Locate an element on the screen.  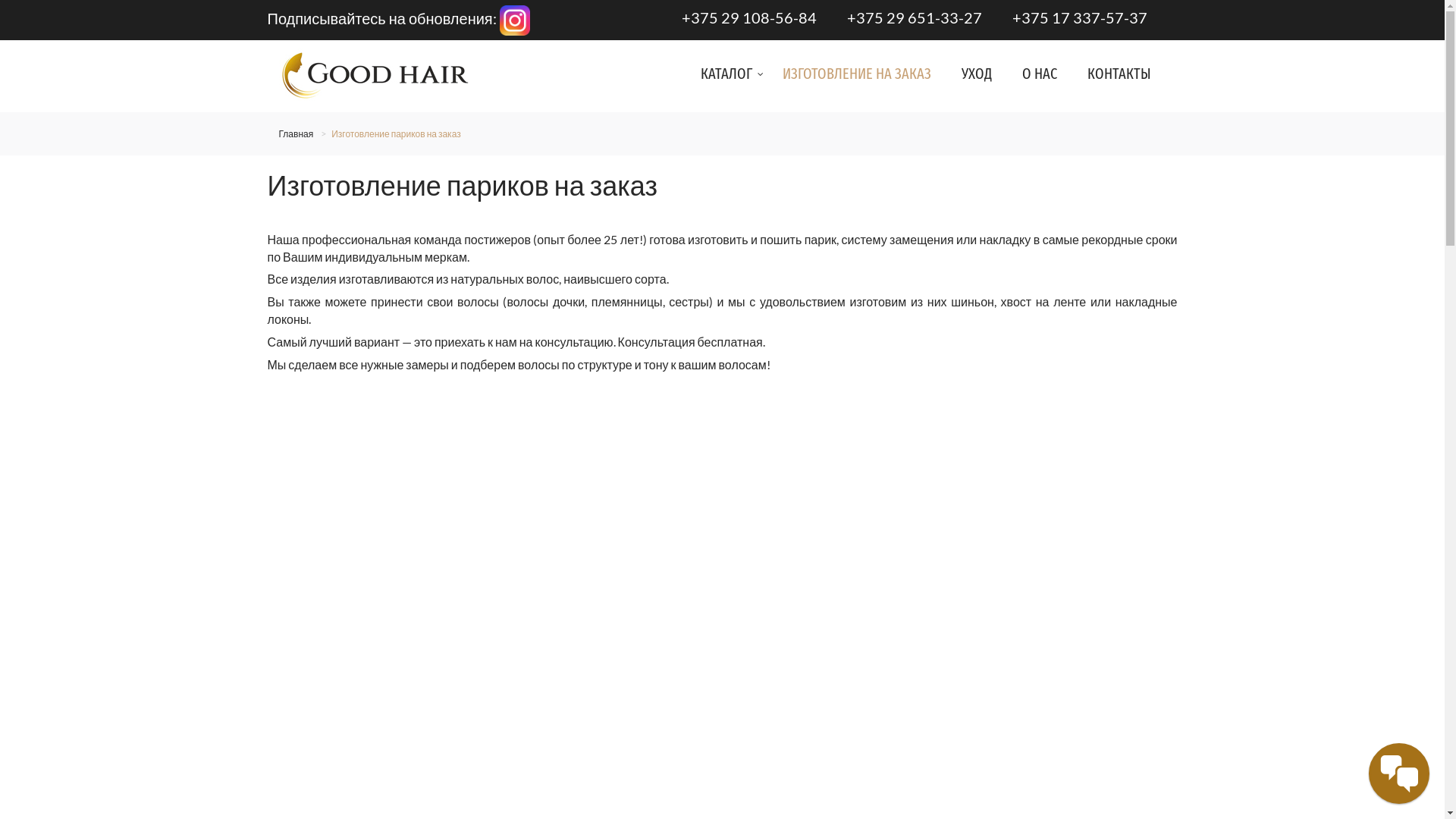
'+375 29 651-33-27' is located at coordinates (846, 17).